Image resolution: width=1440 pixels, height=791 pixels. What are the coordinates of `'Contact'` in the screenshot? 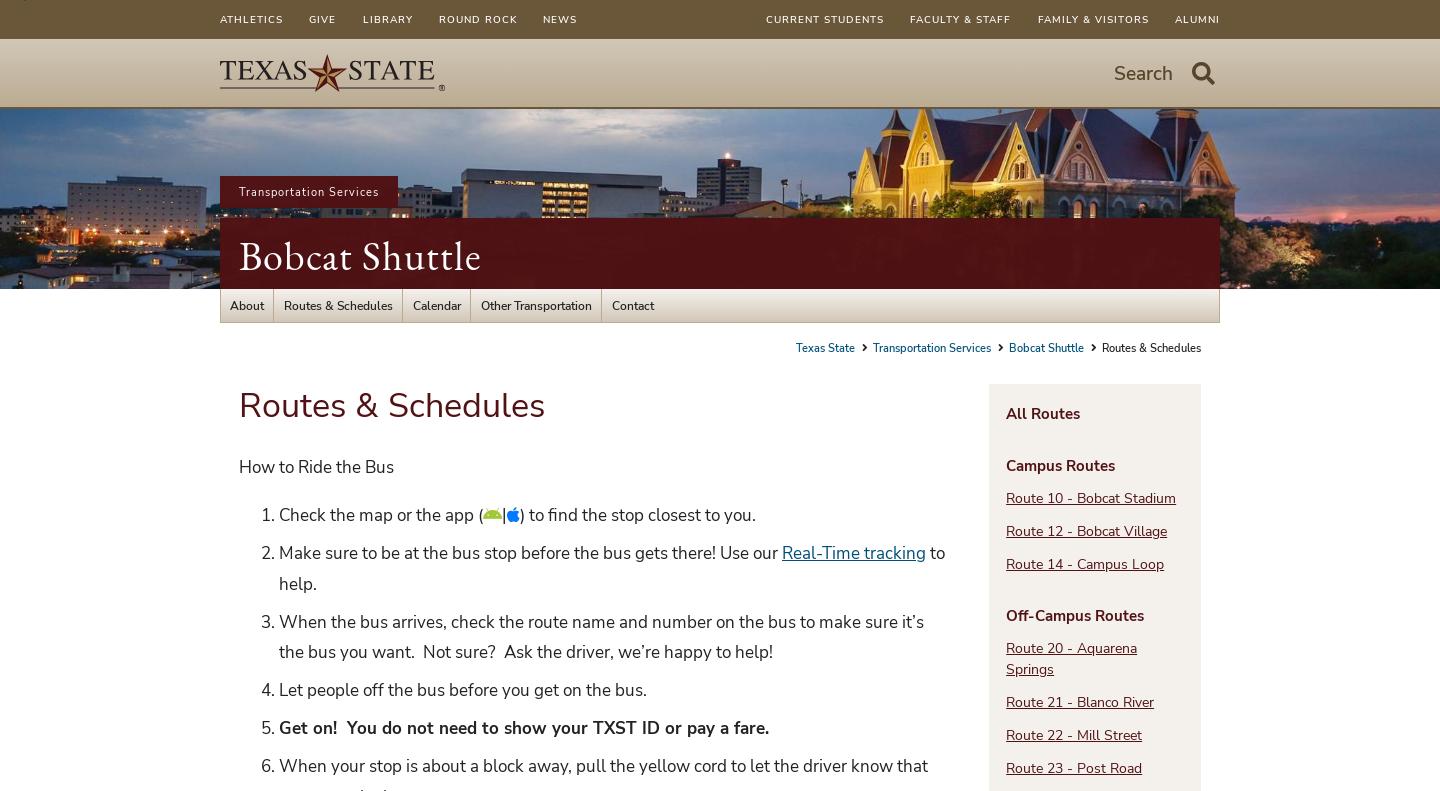 It's located at (609, 304).